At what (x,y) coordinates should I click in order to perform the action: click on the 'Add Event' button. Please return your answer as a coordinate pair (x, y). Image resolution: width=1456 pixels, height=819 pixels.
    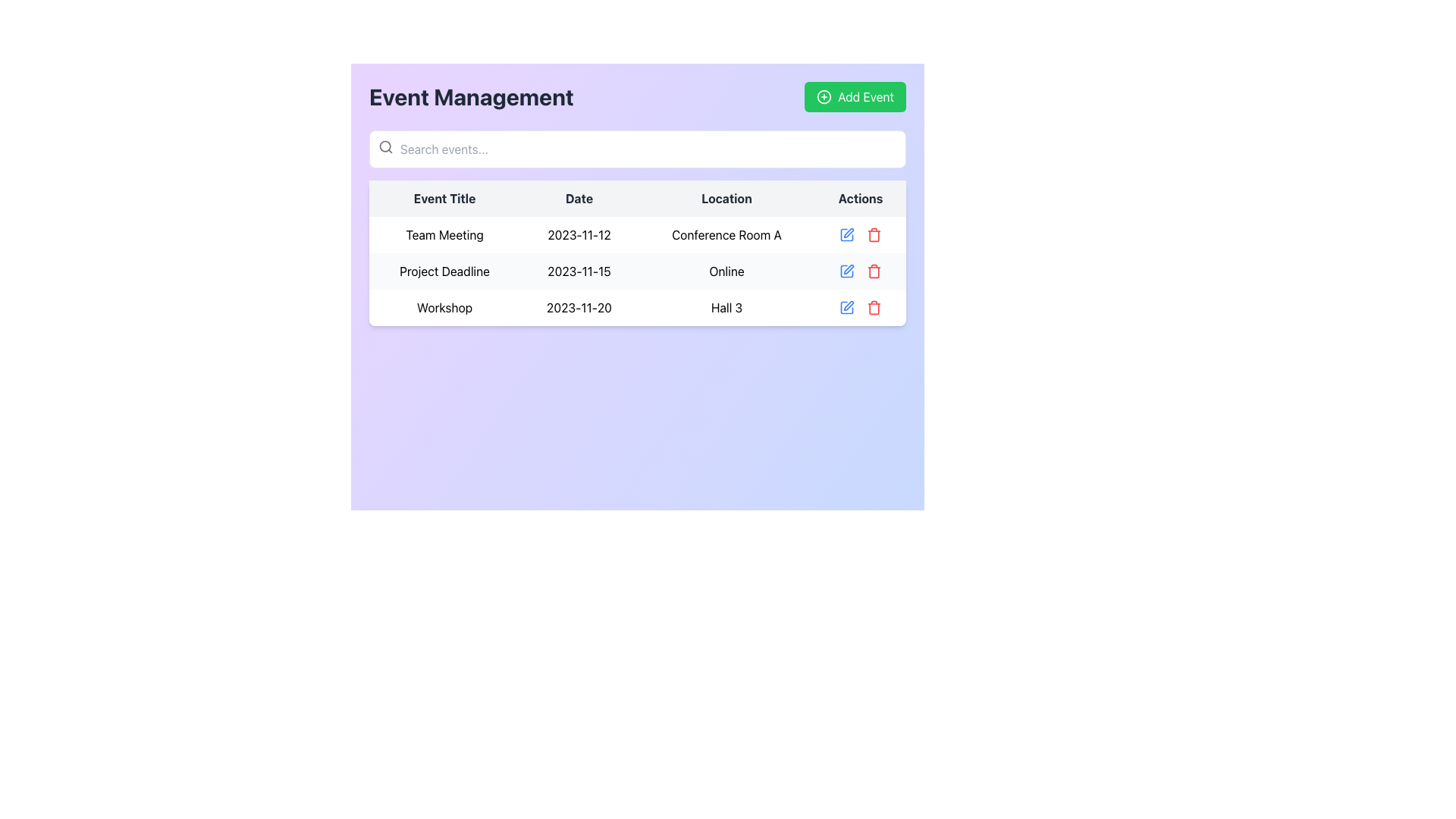
    Looking at the image, I should click on (855, 96).